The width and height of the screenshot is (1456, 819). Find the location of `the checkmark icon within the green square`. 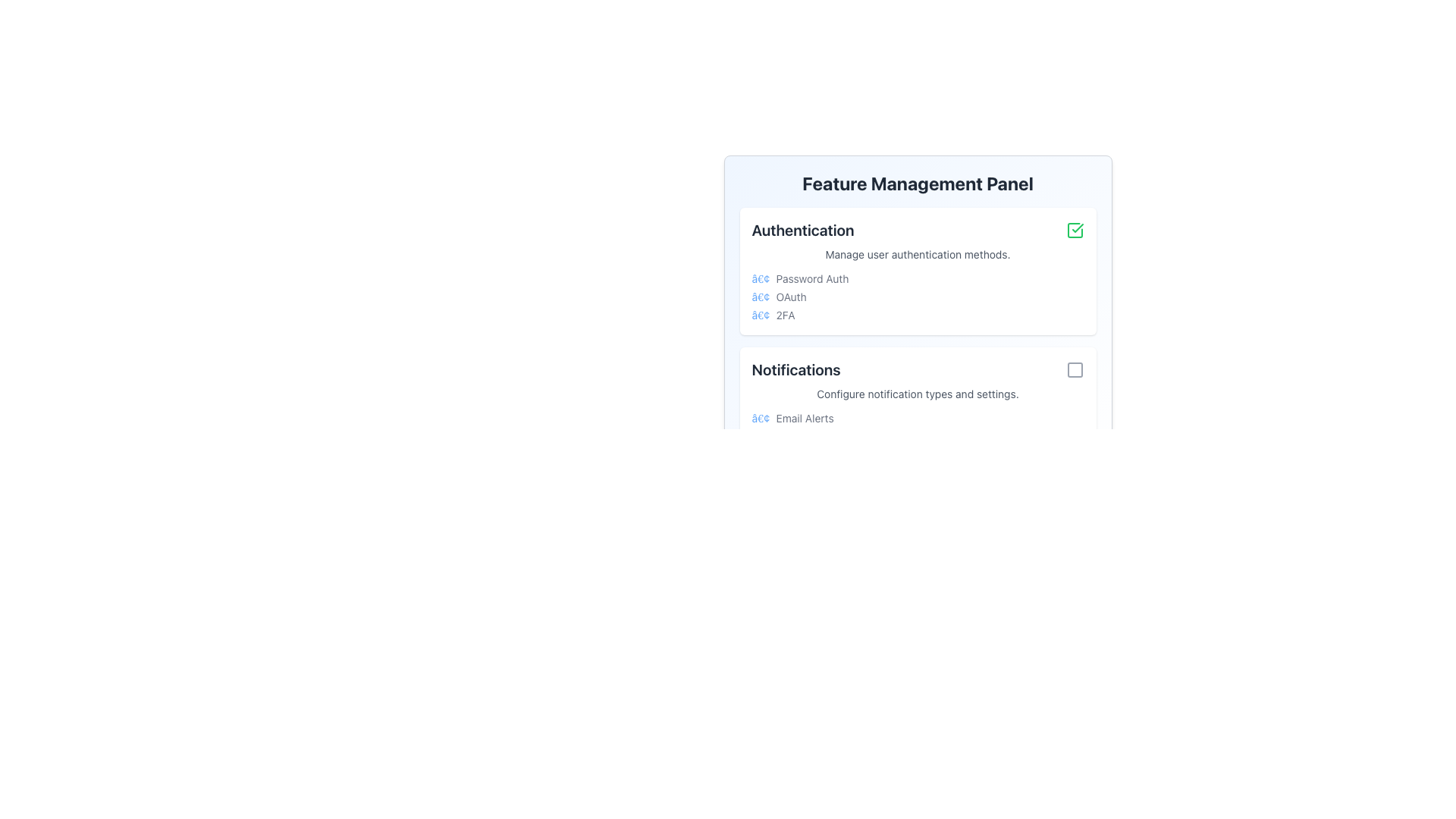

the checkmark icon within the green square is located at coordinates (1076, 227).